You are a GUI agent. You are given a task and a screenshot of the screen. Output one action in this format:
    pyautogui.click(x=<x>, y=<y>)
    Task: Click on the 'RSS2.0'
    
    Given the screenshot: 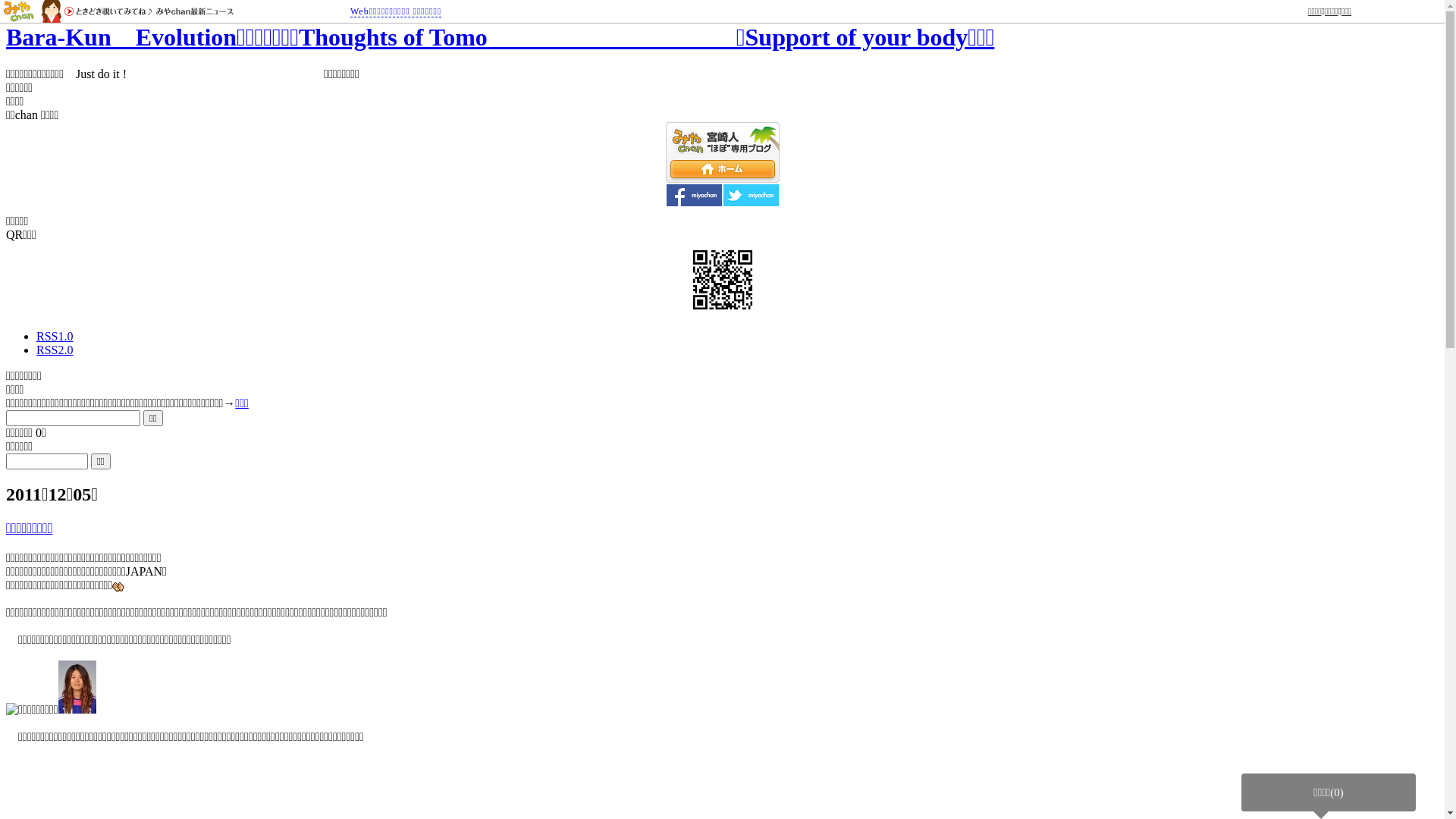 What is the action you would take?
    pyautogui.click(x=55, y=350)
    